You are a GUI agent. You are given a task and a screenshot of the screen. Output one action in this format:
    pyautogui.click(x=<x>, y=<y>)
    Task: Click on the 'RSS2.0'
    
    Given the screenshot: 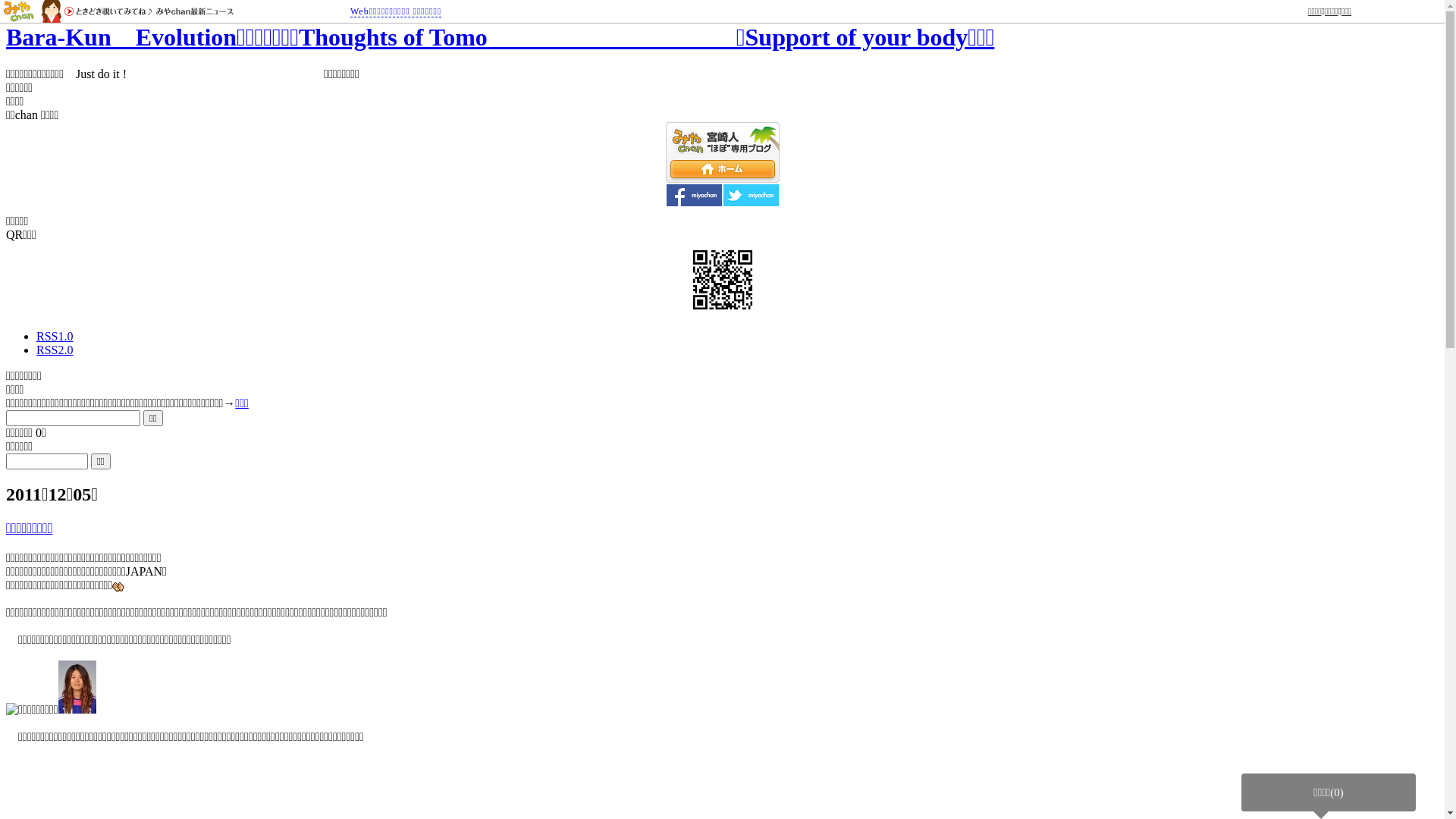 What is the action you would take?
    pyautogui.click(x=55, y=350)
    